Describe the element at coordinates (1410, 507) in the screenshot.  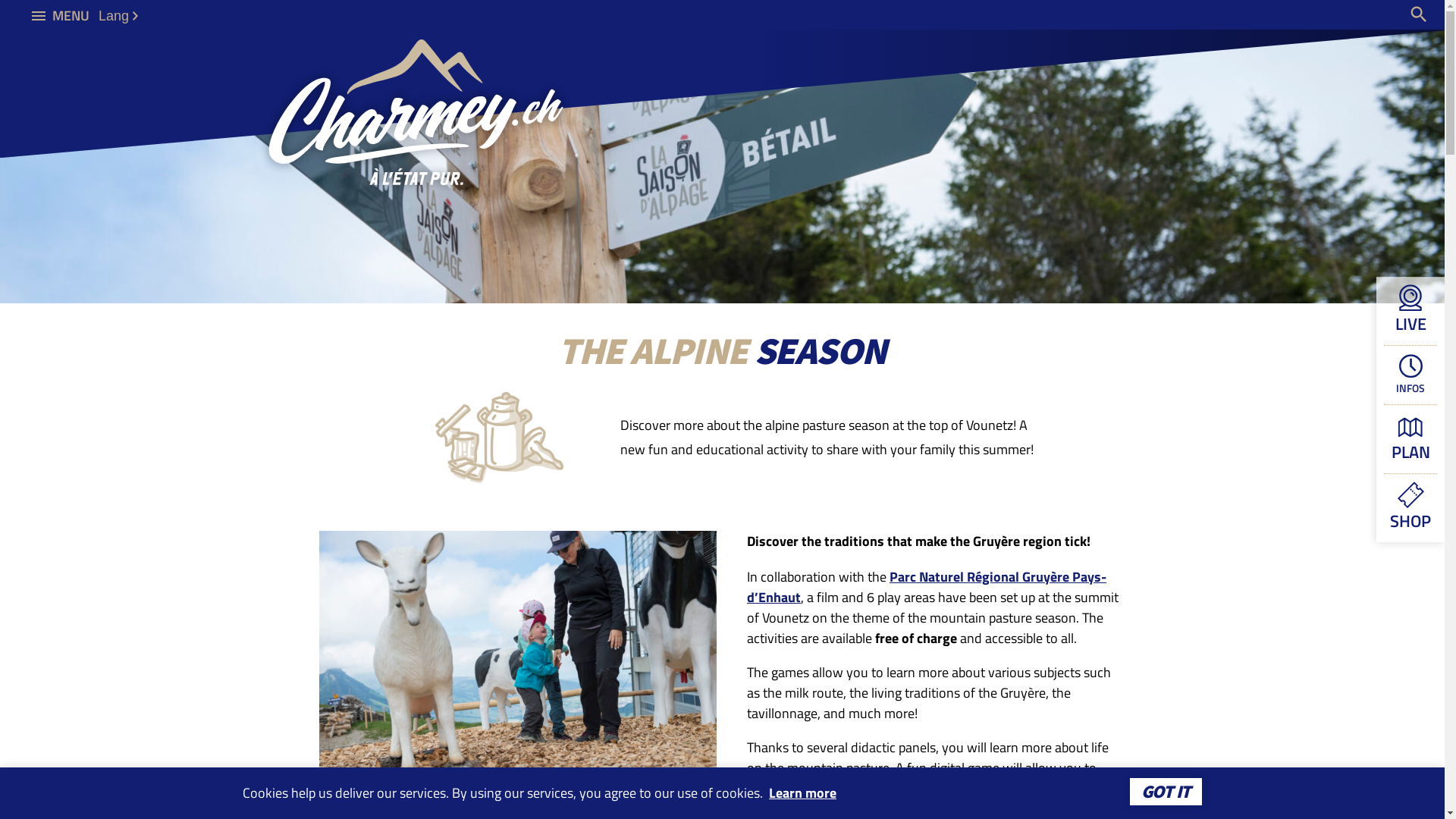
I see `'SHOP'` at that location.